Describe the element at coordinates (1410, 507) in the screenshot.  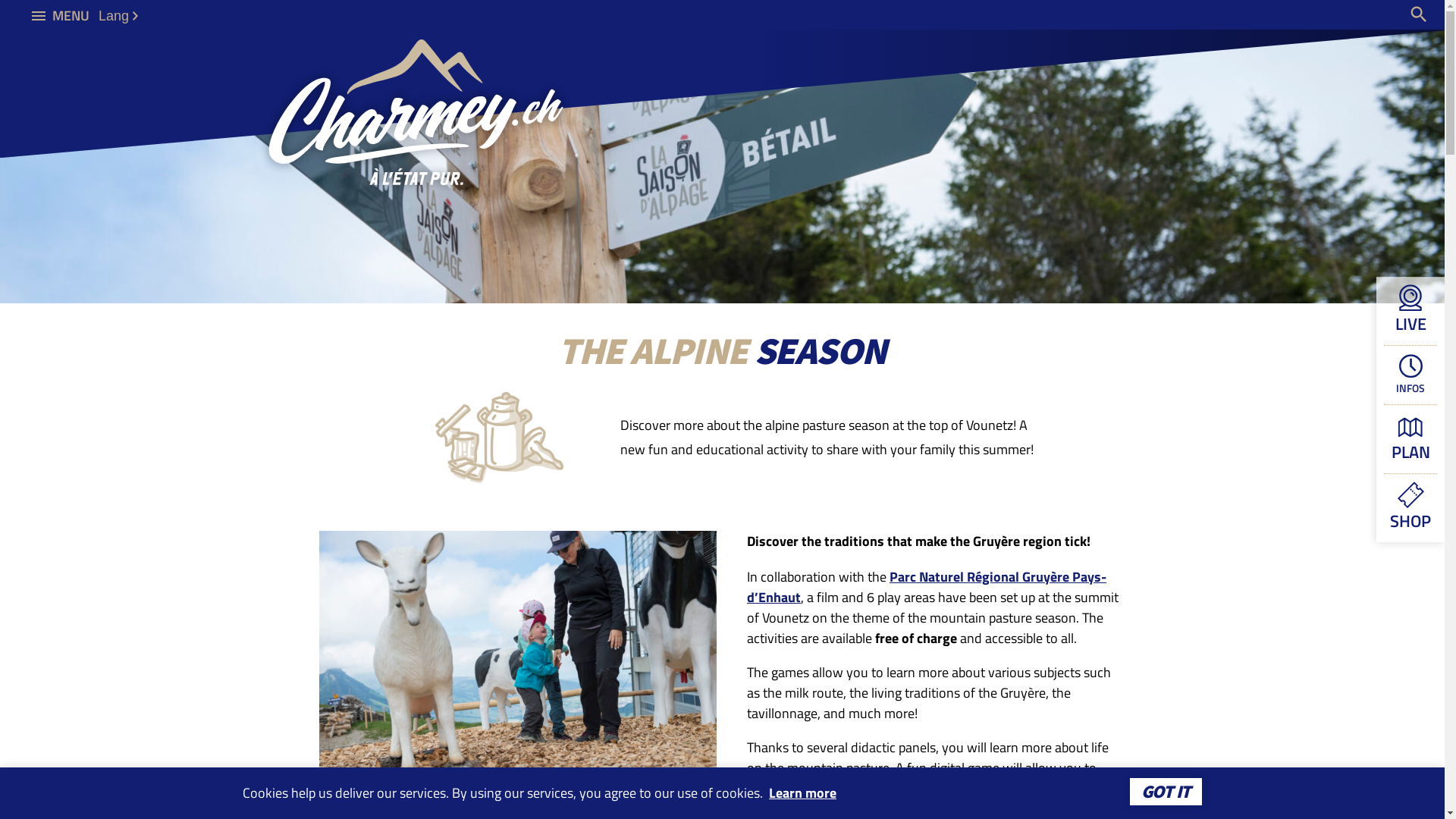
I see `'SHOP'` at that location.